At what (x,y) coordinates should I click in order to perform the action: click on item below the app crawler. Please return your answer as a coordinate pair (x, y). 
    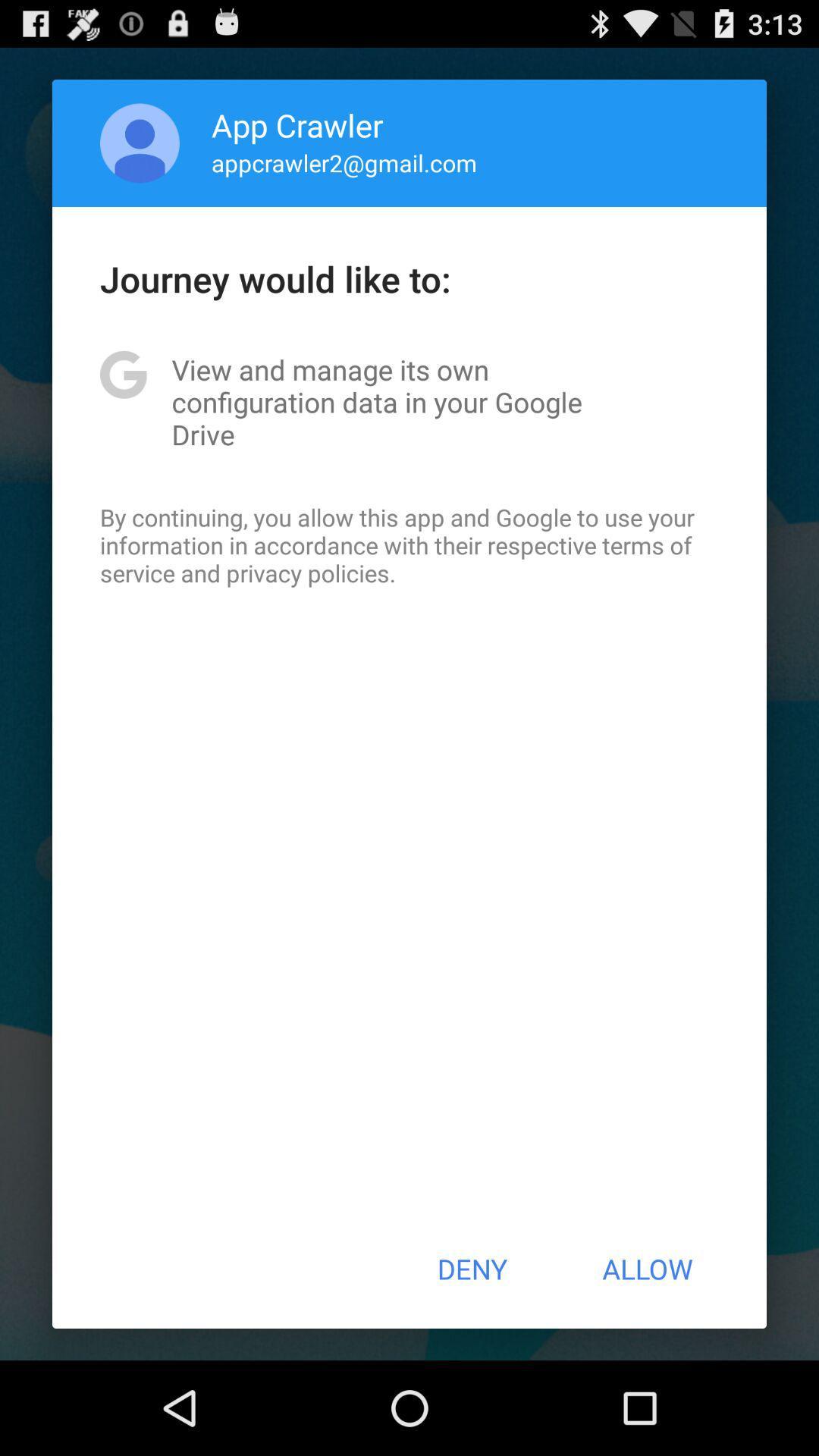
    Looking at the image, I should click on (344, 162).